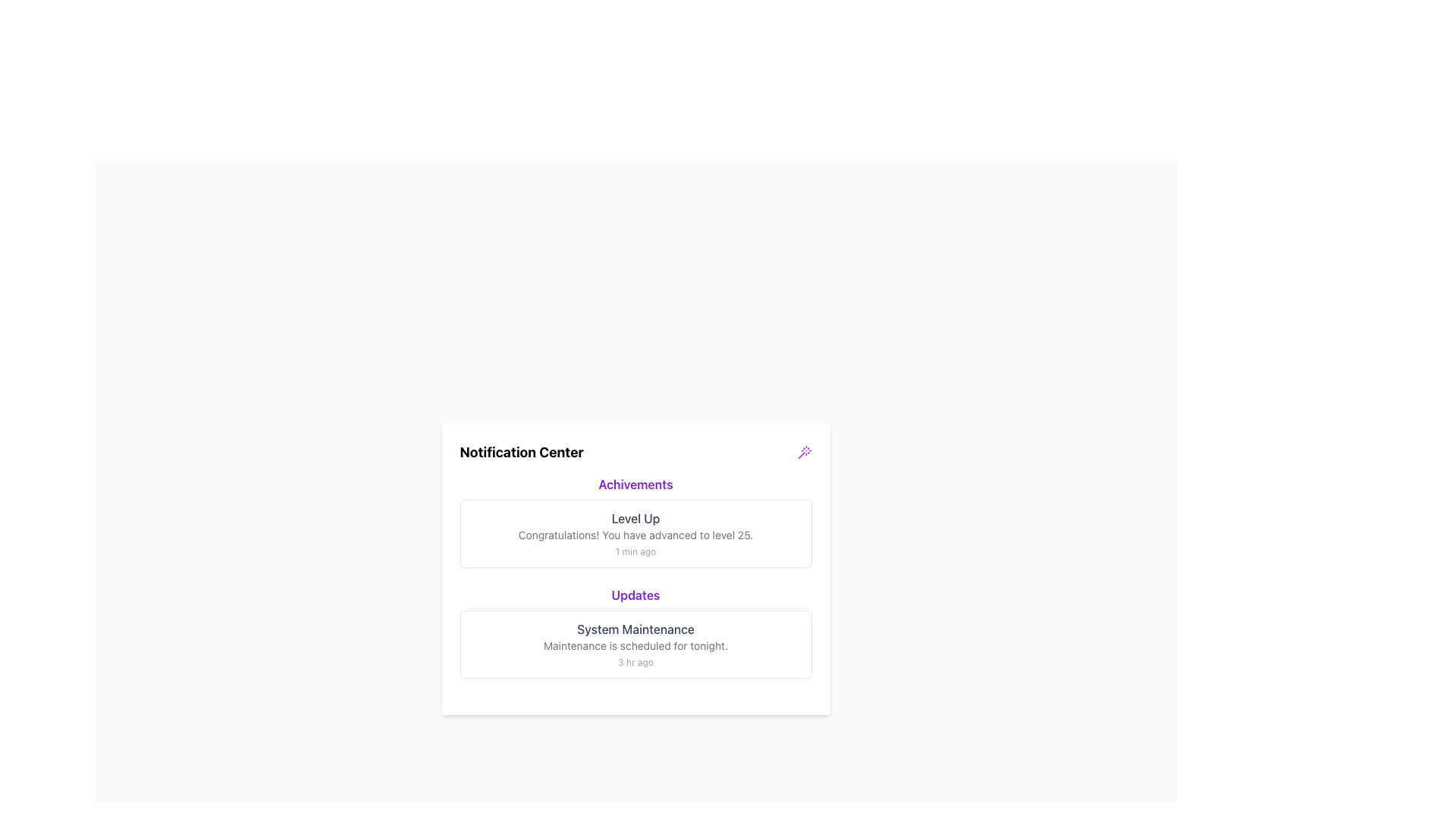  I want to click on information in the Notification Center card containing two notifications: 'Achievements' and 'Updates', so click(635, 576).